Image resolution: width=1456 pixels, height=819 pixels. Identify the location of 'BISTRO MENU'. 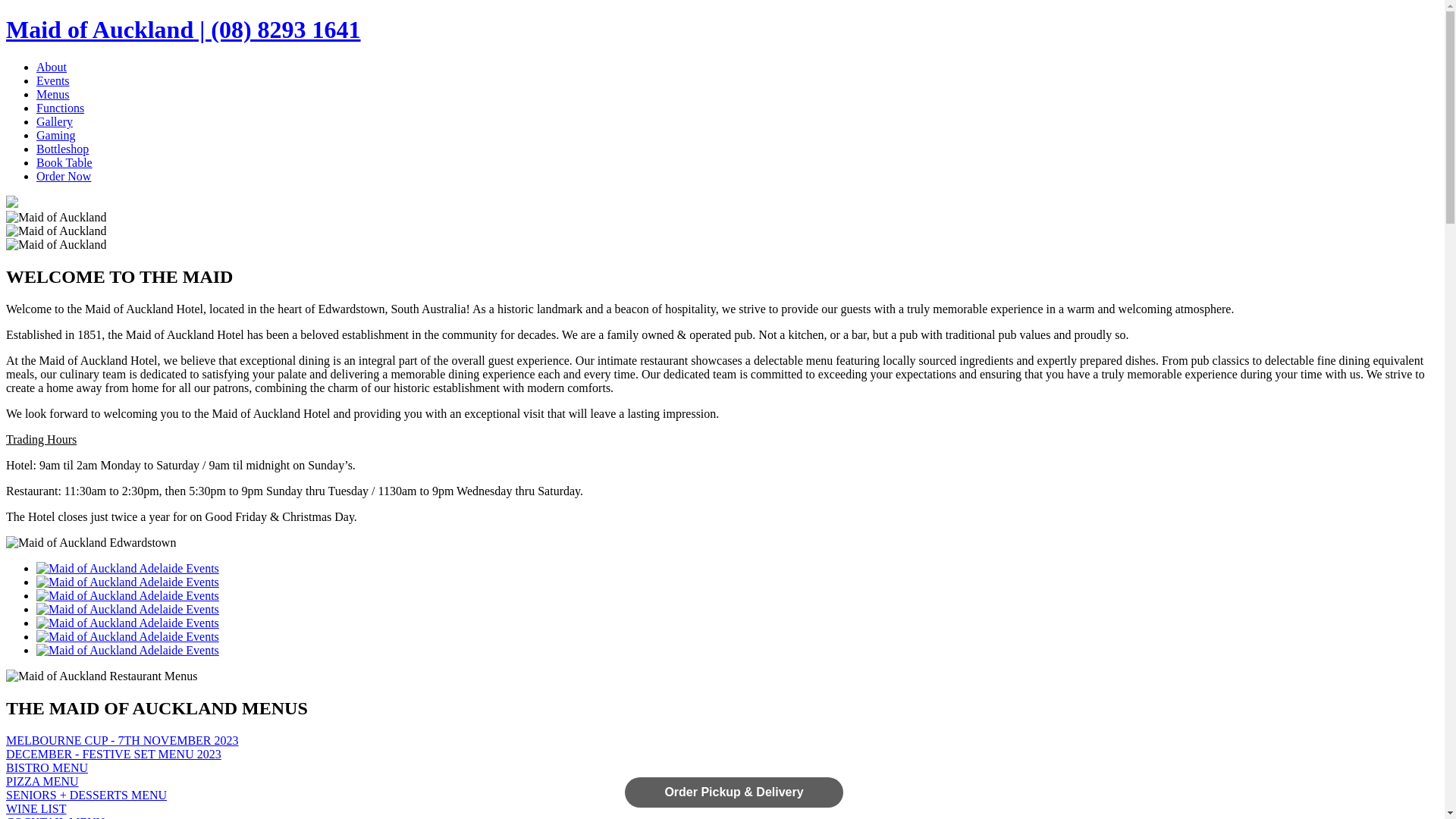
(721, 768).